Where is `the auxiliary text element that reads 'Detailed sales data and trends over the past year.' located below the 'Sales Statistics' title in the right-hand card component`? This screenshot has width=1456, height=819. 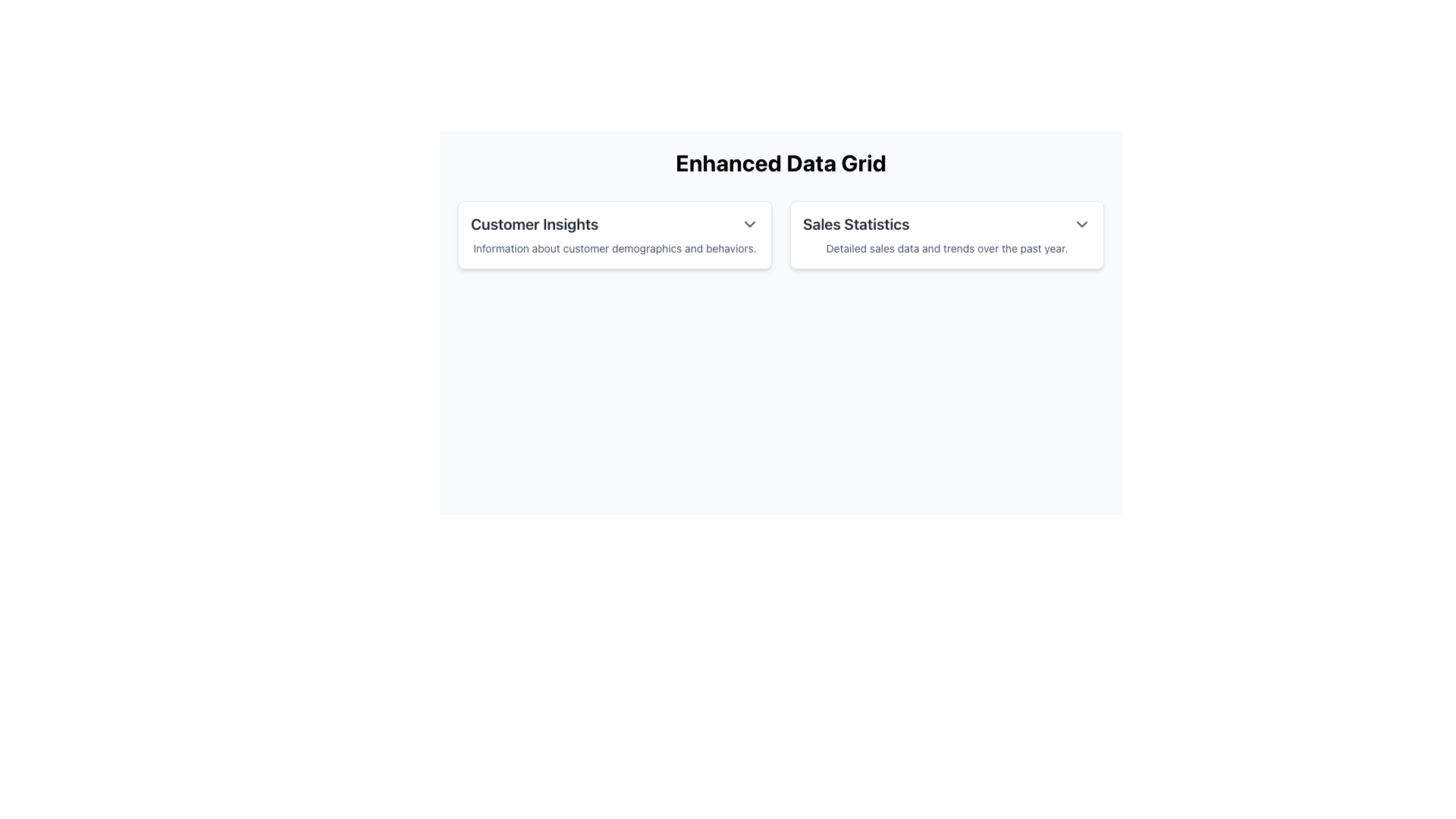 the auxiliary text element that reads 'Detailed sales data and trends over the past year.' located below the 'Sales Statistics' title in the right-hand card component is located at coordinates (946, 247).